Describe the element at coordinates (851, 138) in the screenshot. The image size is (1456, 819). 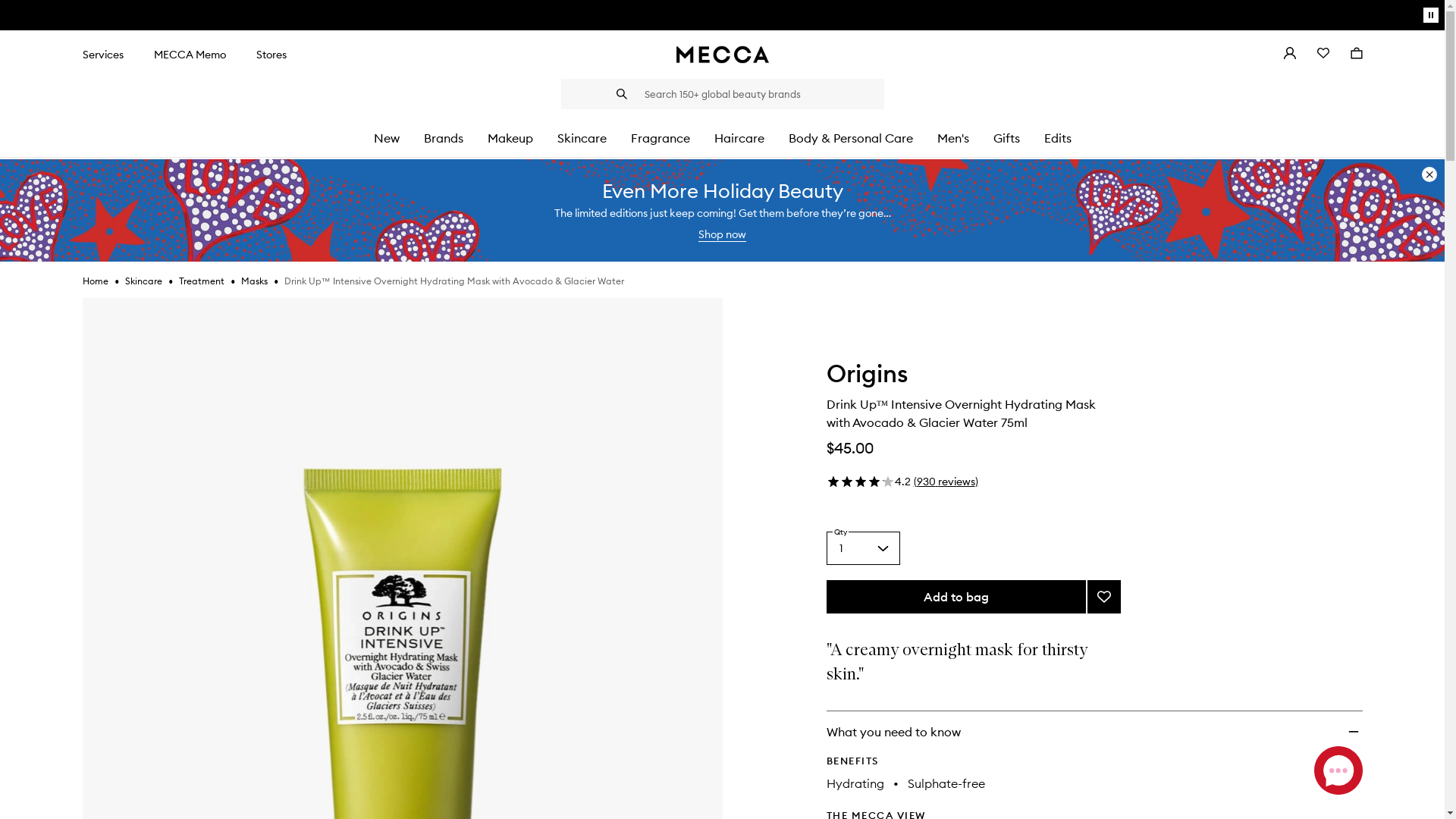
I see `'Body & Personal Care'` at that location.